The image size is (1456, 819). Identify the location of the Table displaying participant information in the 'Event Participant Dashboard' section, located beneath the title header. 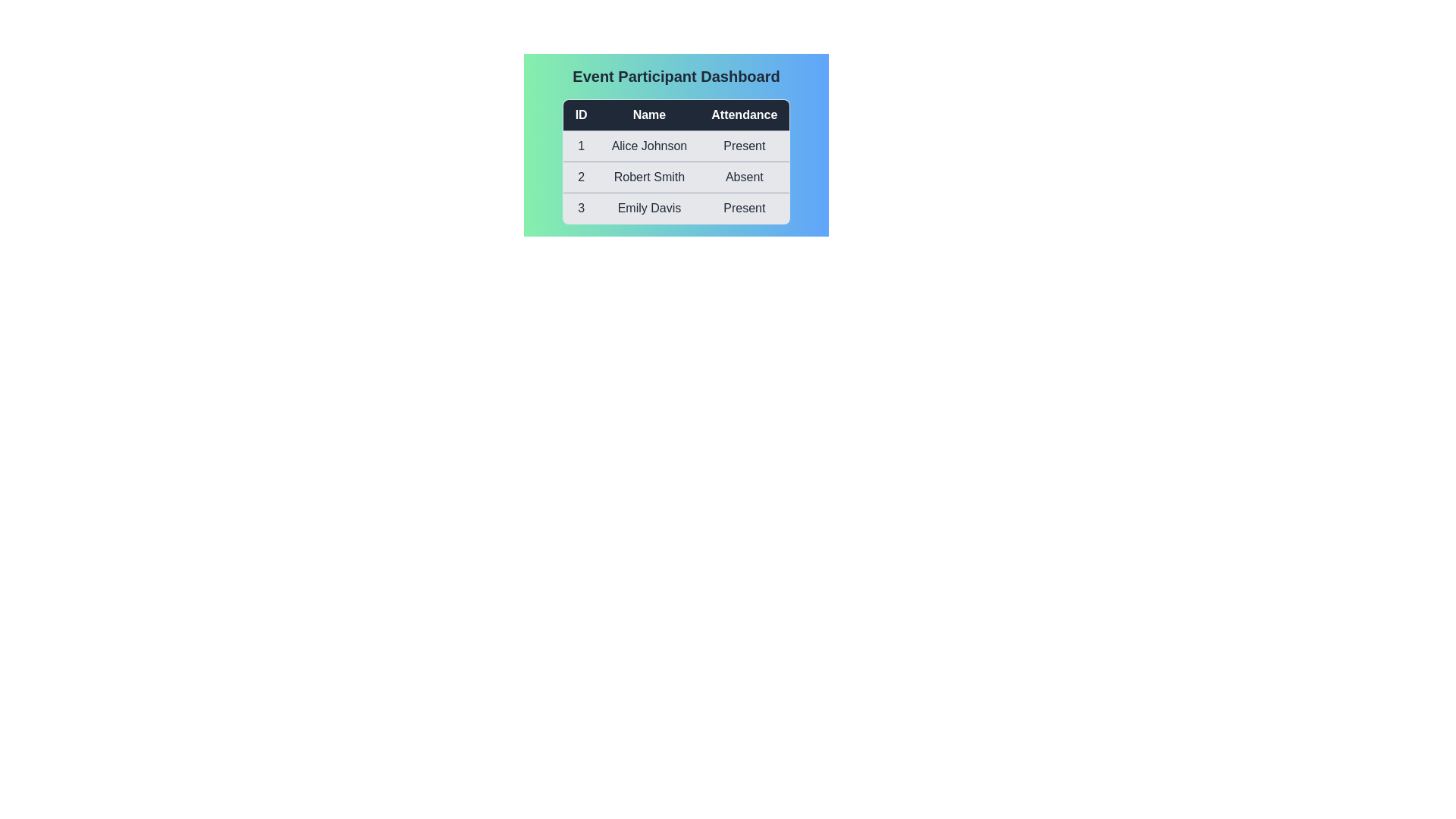
(676, 162).